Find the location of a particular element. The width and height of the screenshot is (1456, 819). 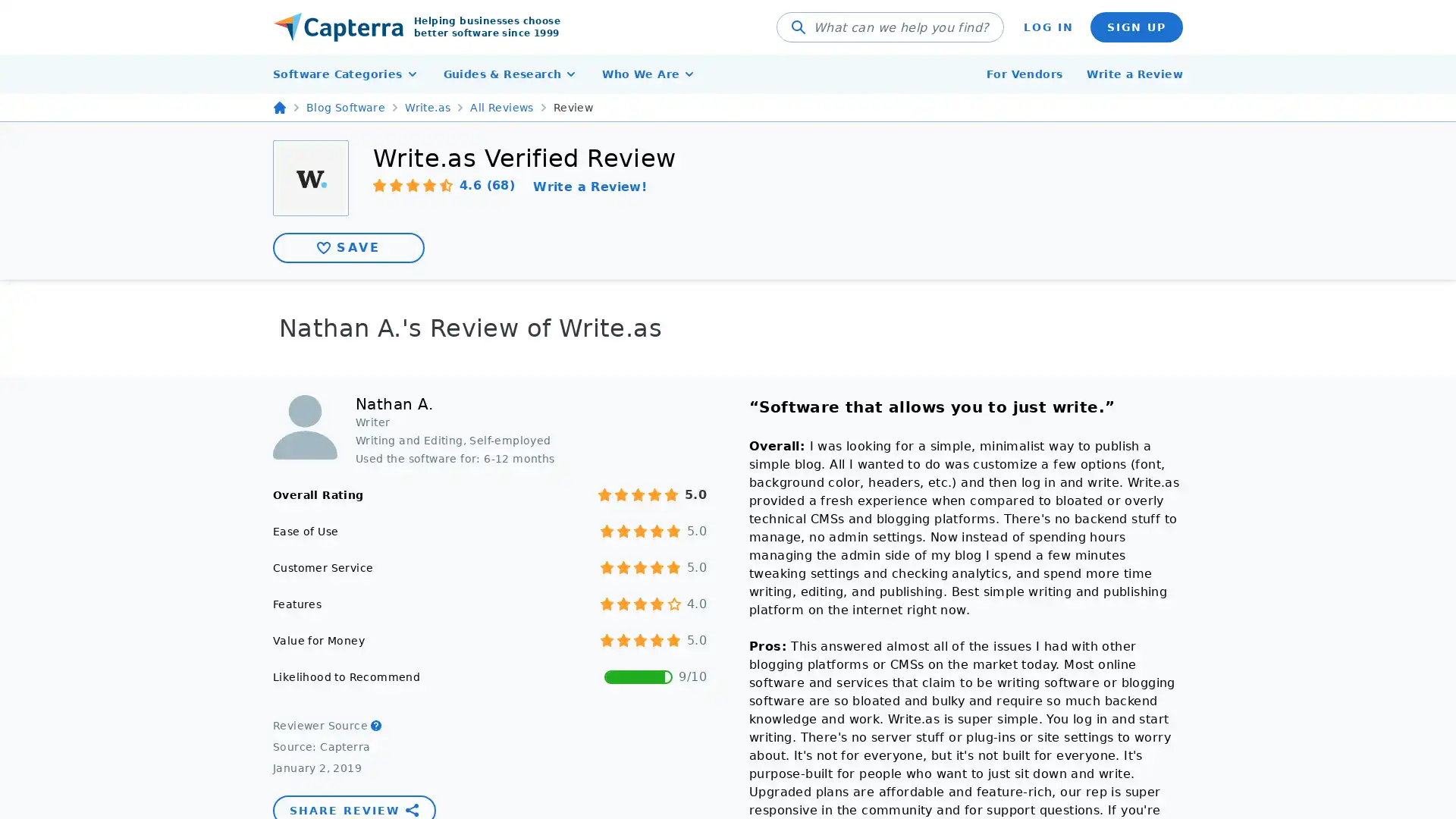

SIGN UP is located at coordinates (1136, 27).